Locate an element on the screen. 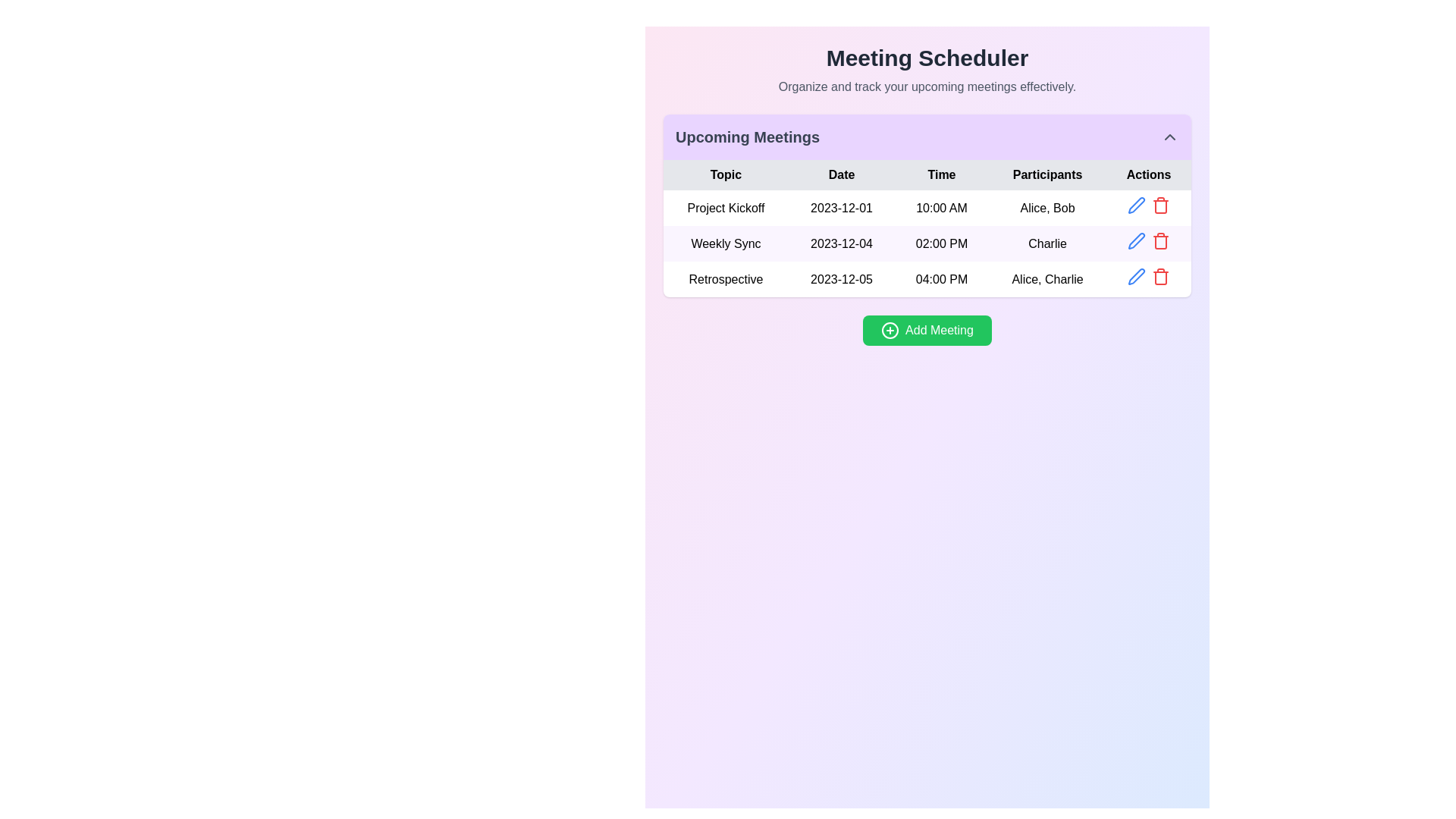 This screenshot has height=819, width=1456. the 'Add Meeting' button located at the bottom of the 'Meeting Scheduler' interface is located at coordinates (927, 329).